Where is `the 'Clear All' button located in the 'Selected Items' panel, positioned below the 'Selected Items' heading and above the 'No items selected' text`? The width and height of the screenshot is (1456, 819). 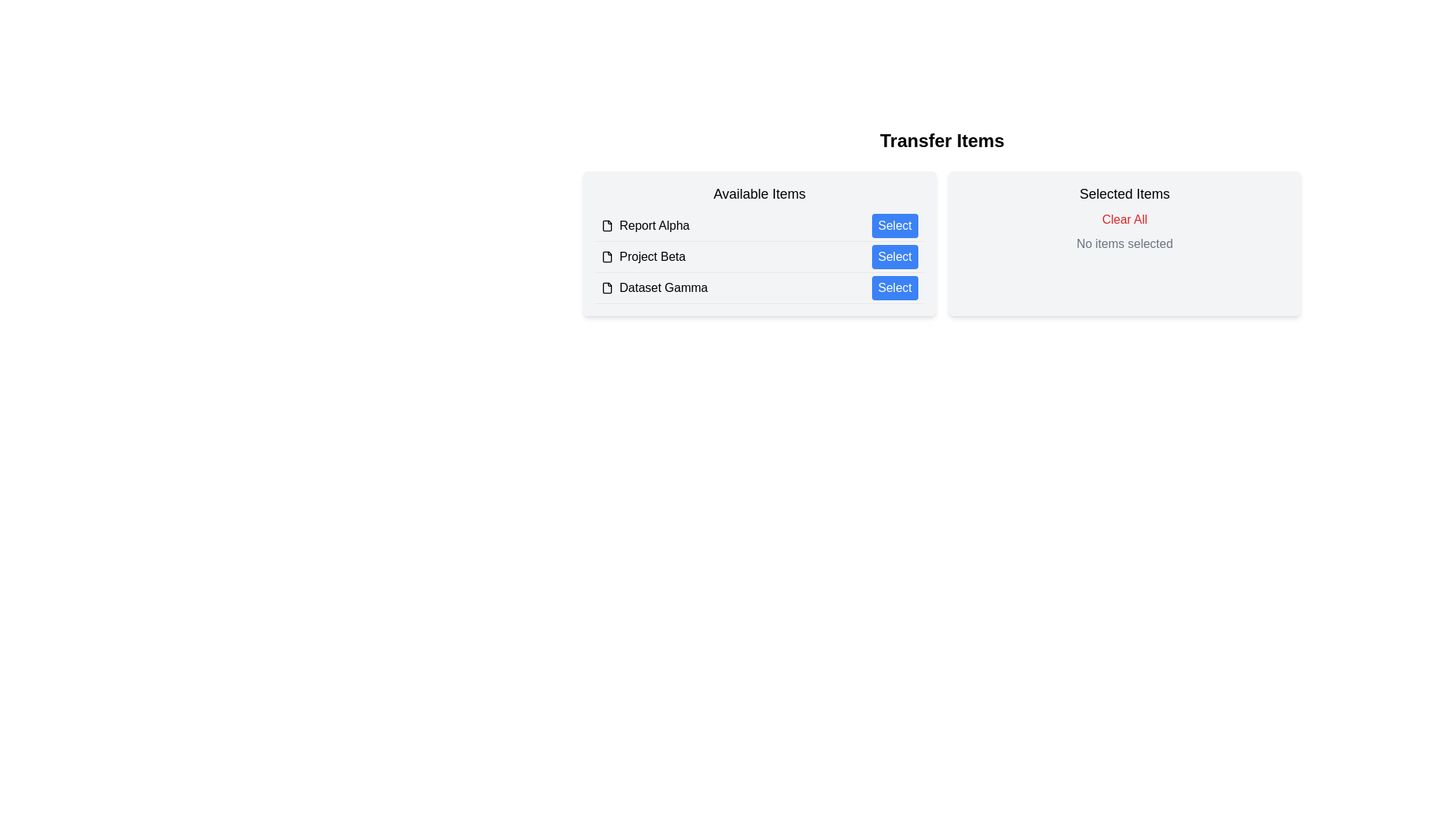 the 'Clear All' button located in the 'Selected Items' panel, positioned below the 'Selected Items' heading and above the 'No items selected' text is located at coordinates (1125, 219).